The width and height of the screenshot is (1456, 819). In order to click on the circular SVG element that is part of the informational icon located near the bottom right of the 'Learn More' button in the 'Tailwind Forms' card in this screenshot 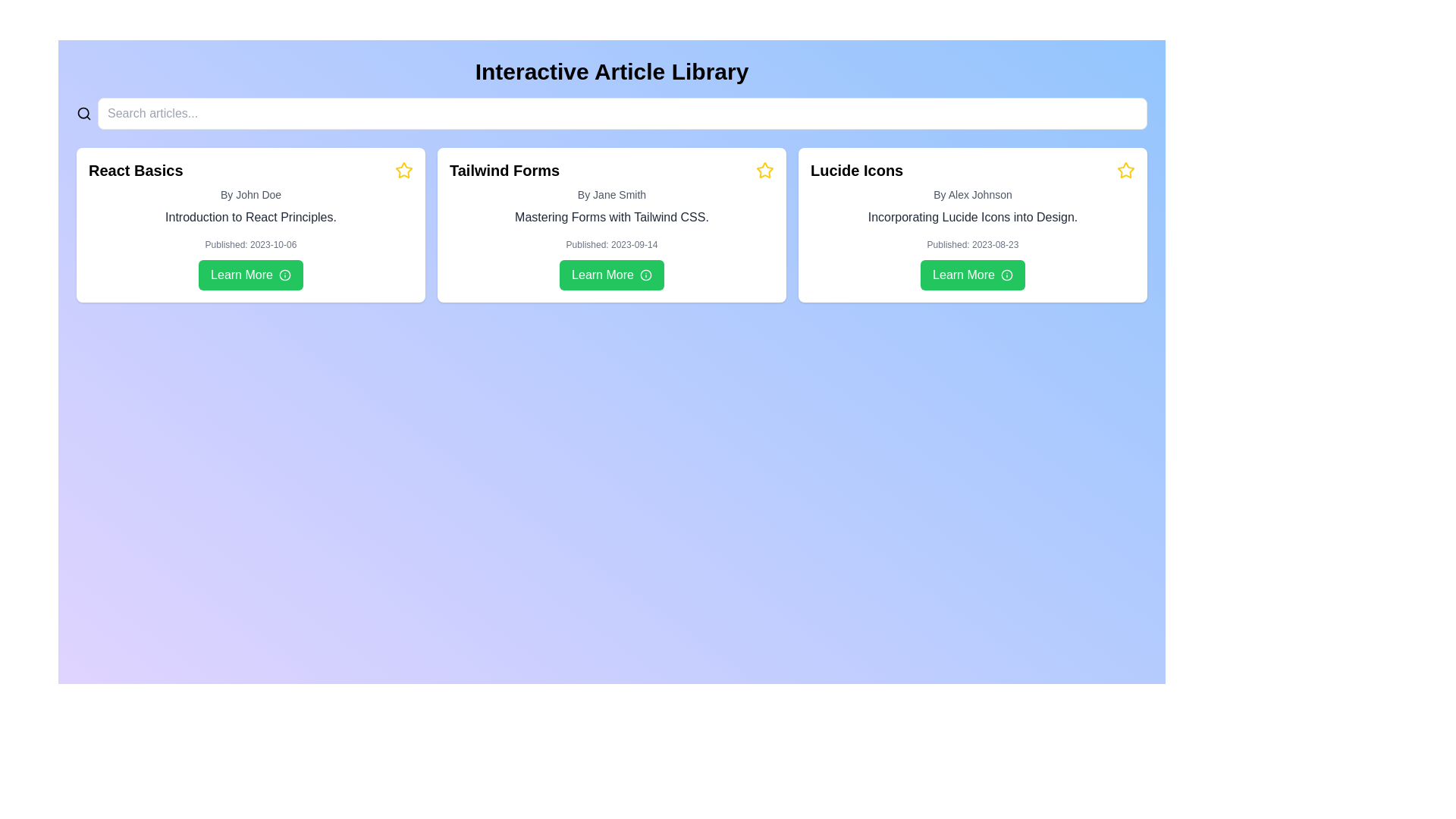, I will do `click(645, 275)`.